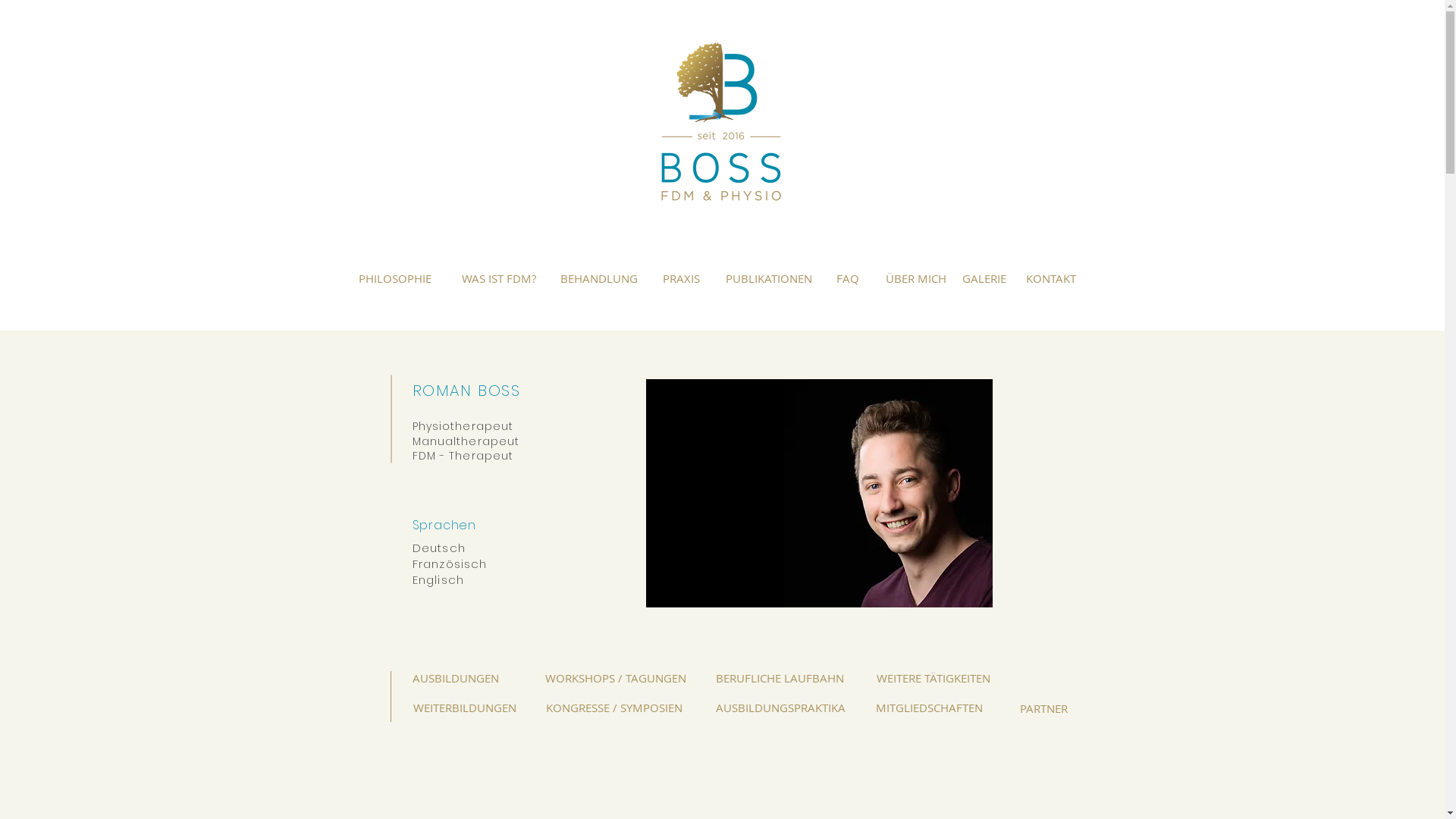 The image size is (1456, 819). I want to click on 'PARTNER', so click(1043, 708).